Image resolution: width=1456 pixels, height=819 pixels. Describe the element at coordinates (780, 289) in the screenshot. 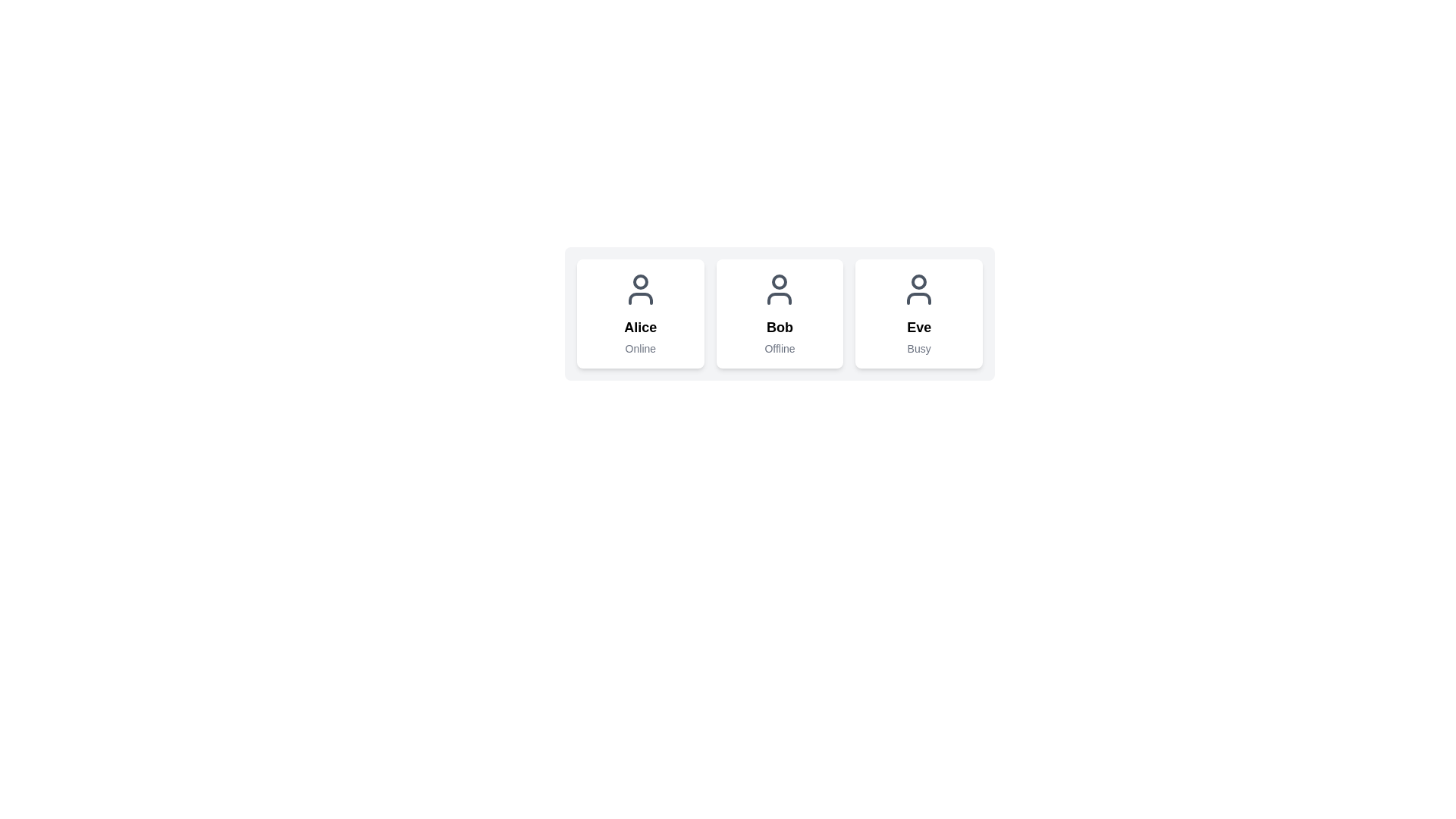

I see `the user icon for 'Bob', which is a circular shape resembling a head and shoulders, located at the top center of the user card displaying the status 'Offline'` at that location.